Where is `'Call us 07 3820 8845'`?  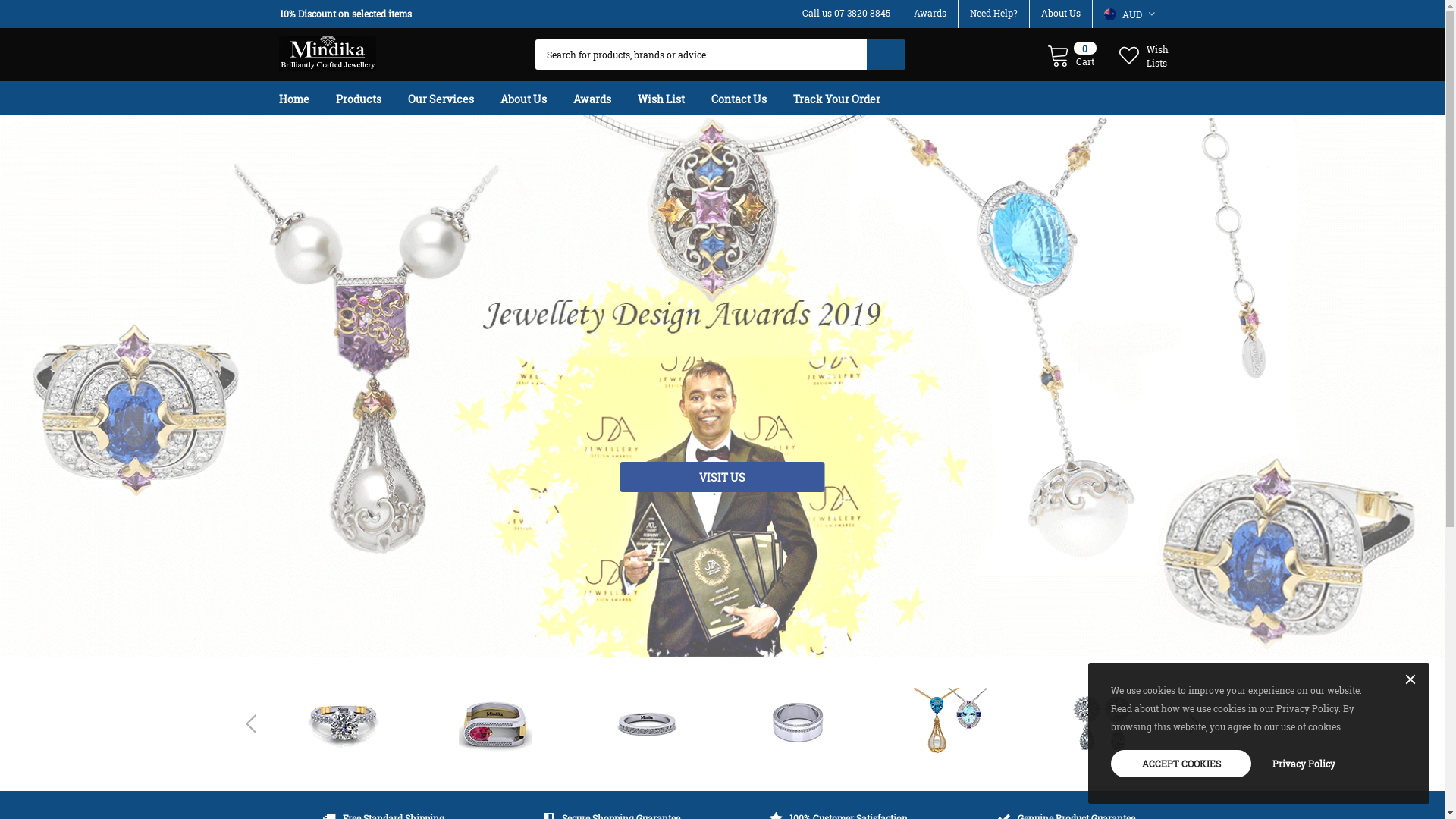 'Call us 07 3820 8845' is located at coordinates (846, 12).